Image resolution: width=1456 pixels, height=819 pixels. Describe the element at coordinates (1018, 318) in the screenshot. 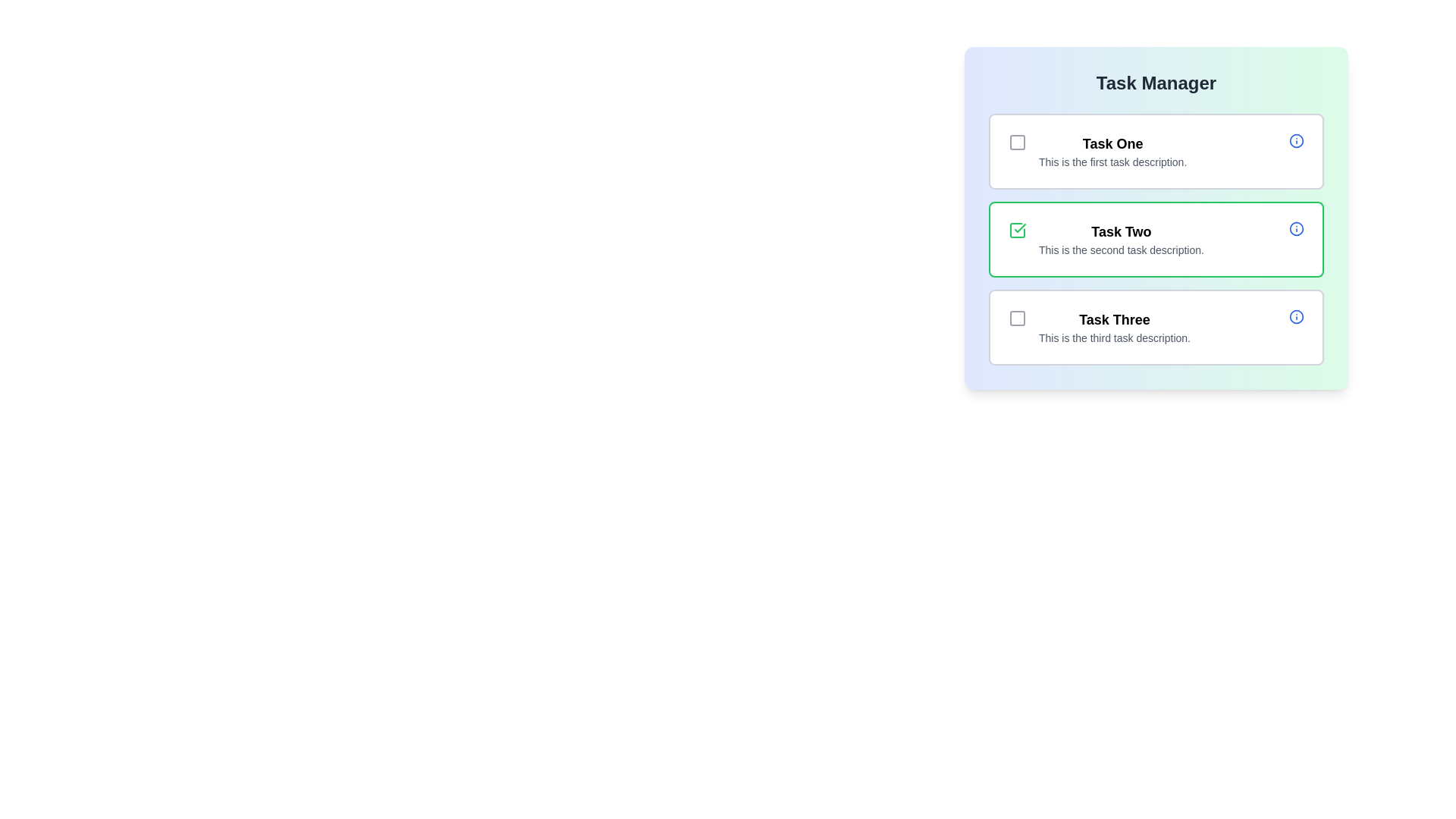

I see `the square with rounded corners located in the red square icon in the 'Task Three' row of the task list, positioned to the left of the row's title text` at that location.